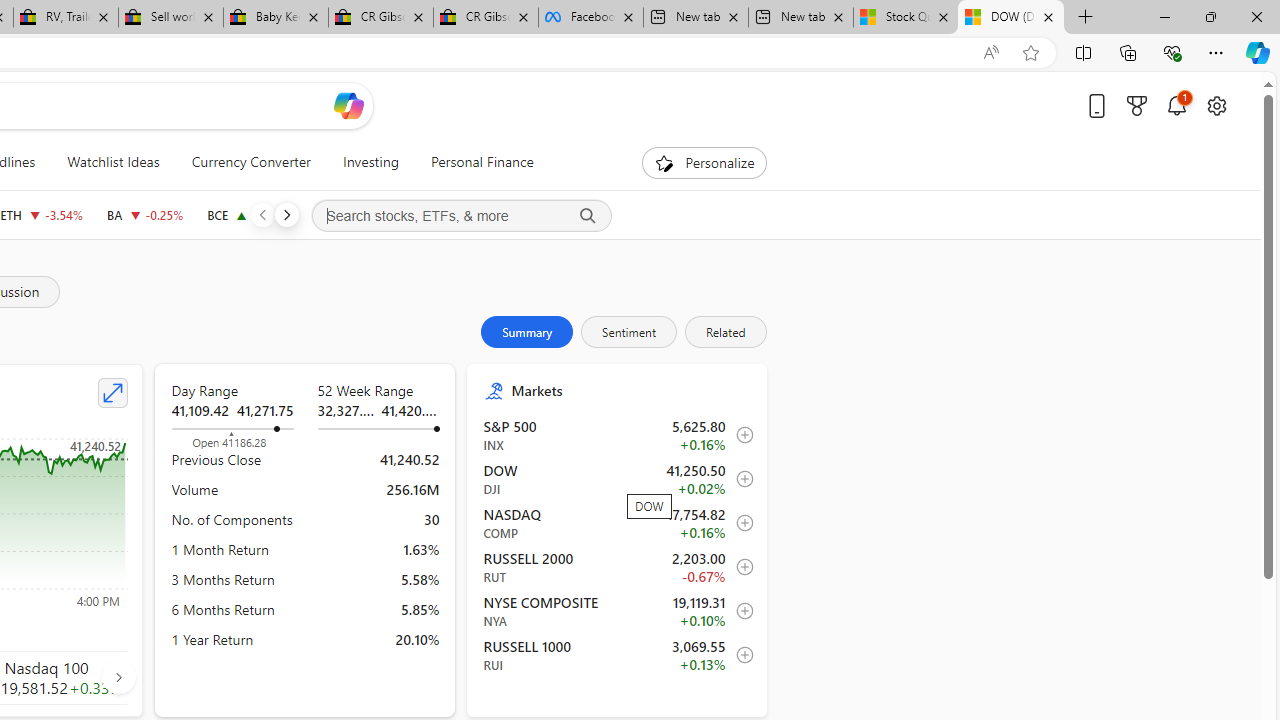 This screenshot has height=720, width=1280. Describe the element at coordinates (616, 522) in the screenshot. I see `'COMP NASDAQ increase 17,754.82 +29.06 +0.16% itemundefined'` at that location.